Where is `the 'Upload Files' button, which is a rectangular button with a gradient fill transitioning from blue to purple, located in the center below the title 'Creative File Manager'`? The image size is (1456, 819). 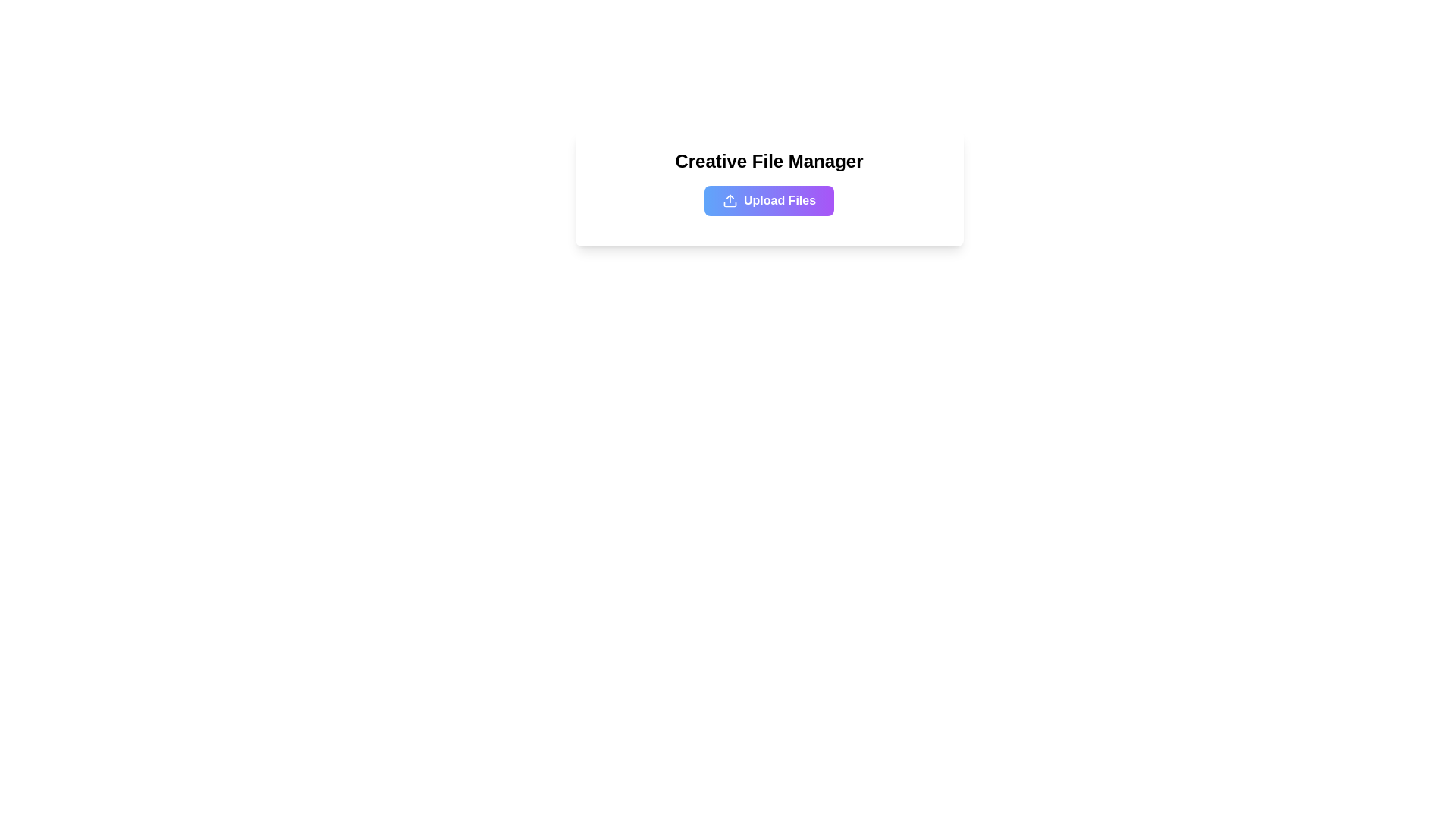 the 'Upload Files' button, which is a rectangular button with a gradient fill transitioning from blue to purple, located in the center below the title 'Creative File Manager' is located at coordinates (769, 200).